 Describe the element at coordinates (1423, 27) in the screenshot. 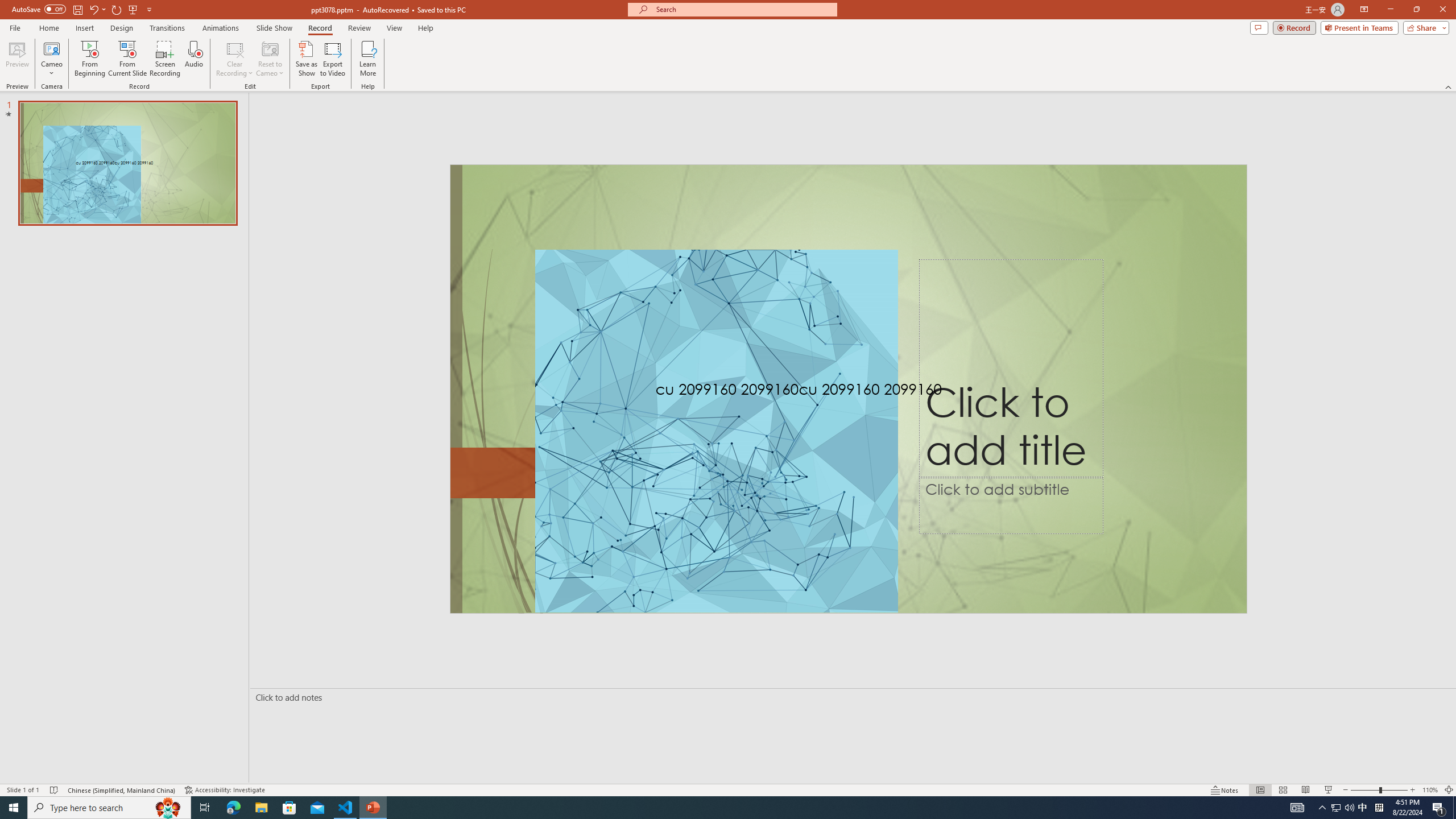

I see `'Share'` at that location.